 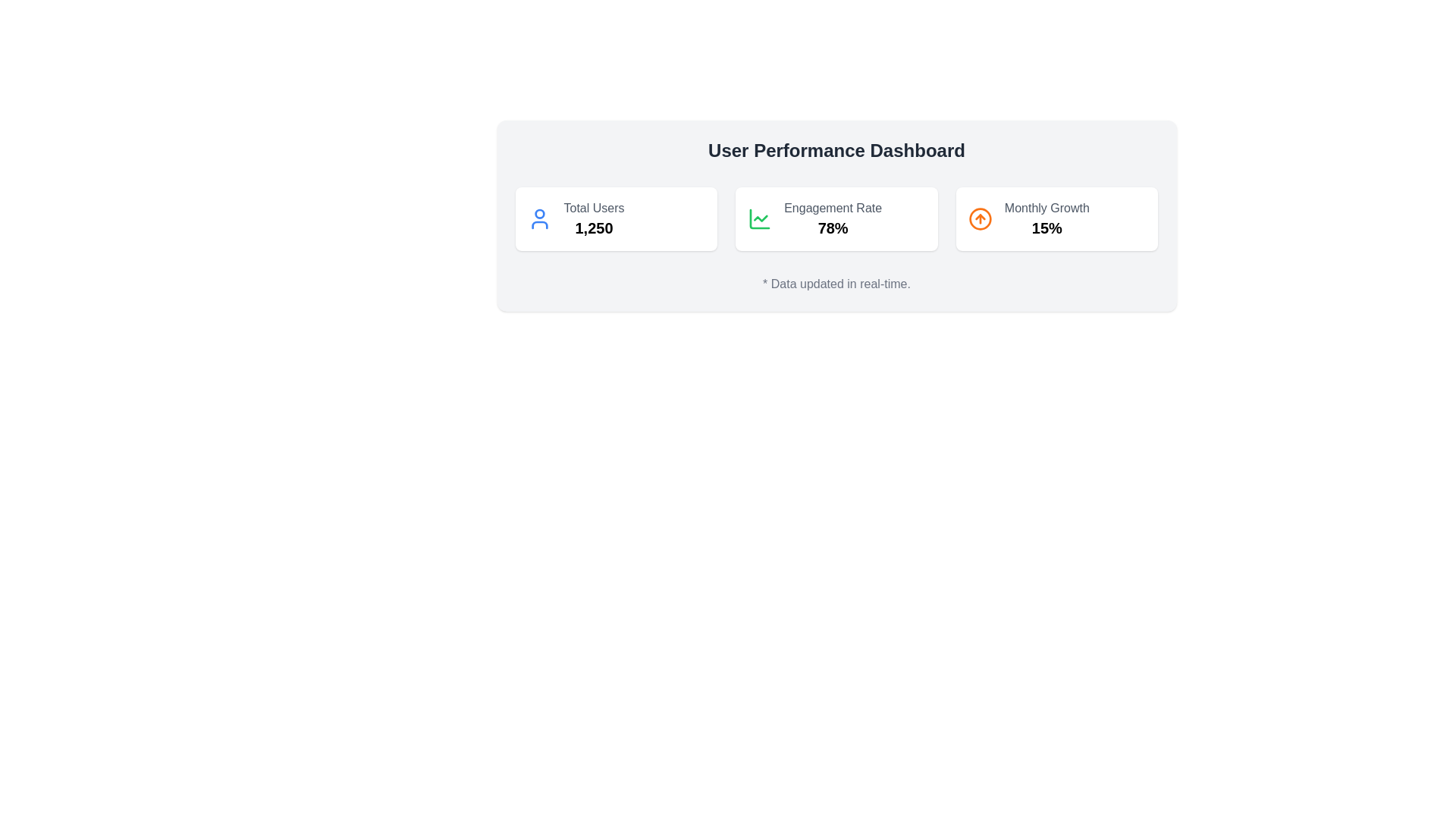 What do you see at coordinates (593, 219) in the screenshot?
I see `the static informational label or panel displaying the total number of users, located in the top-left portion of the dashboard interface, adjacent to a user icon` at bounding box center [593, 219].